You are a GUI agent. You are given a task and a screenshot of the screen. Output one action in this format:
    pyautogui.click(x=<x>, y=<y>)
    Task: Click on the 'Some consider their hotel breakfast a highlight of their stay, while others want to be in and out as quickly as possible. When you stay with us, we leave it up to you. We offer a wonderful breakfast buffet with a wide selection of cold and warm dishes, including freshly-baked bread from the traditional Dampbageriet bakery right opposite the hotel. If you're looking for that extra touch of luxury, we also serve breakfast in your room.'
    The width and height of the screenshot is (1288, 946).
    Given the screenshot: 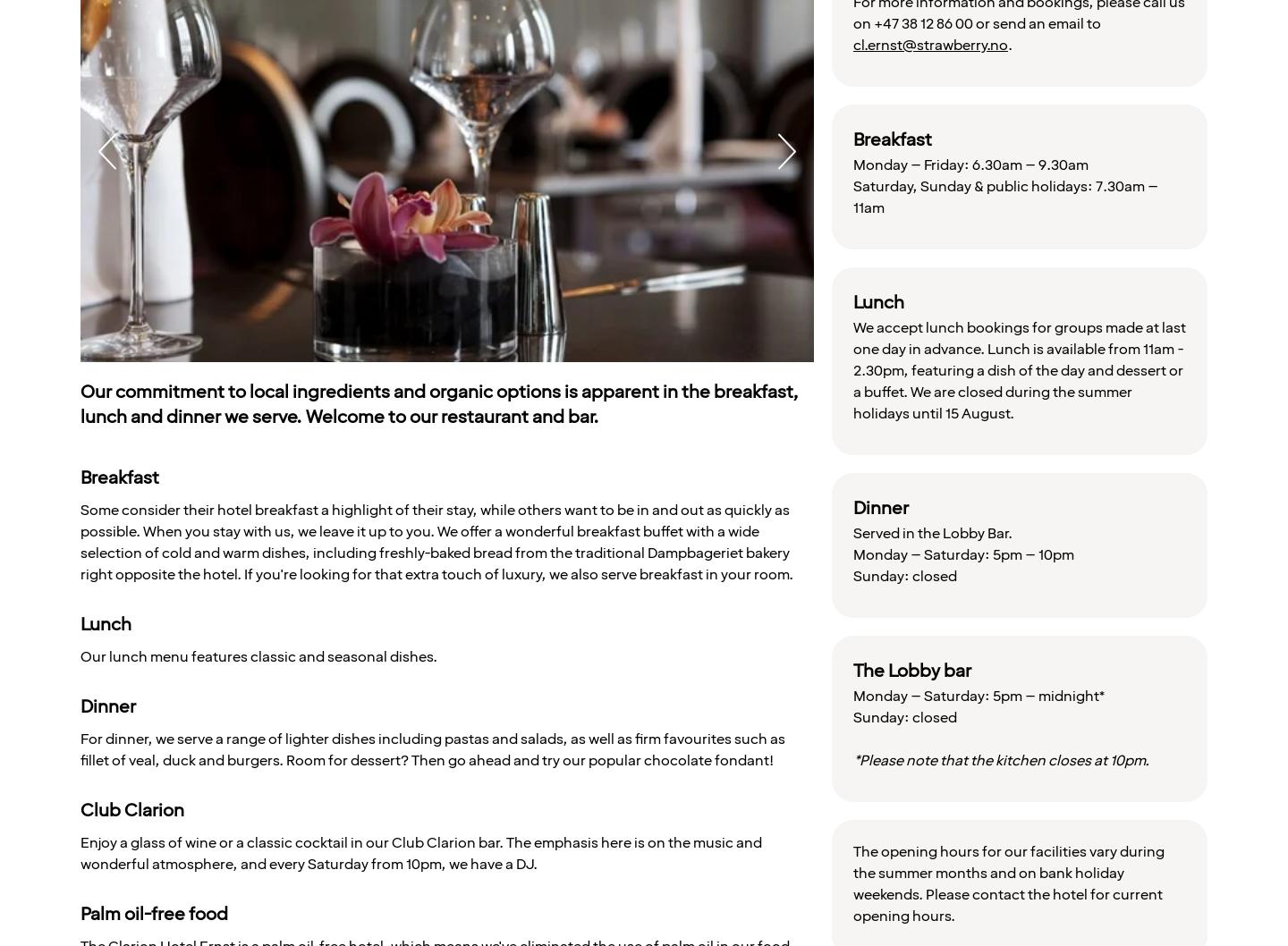 What is the action you would take?
    pyautogui.click(x=436, y=542)
    